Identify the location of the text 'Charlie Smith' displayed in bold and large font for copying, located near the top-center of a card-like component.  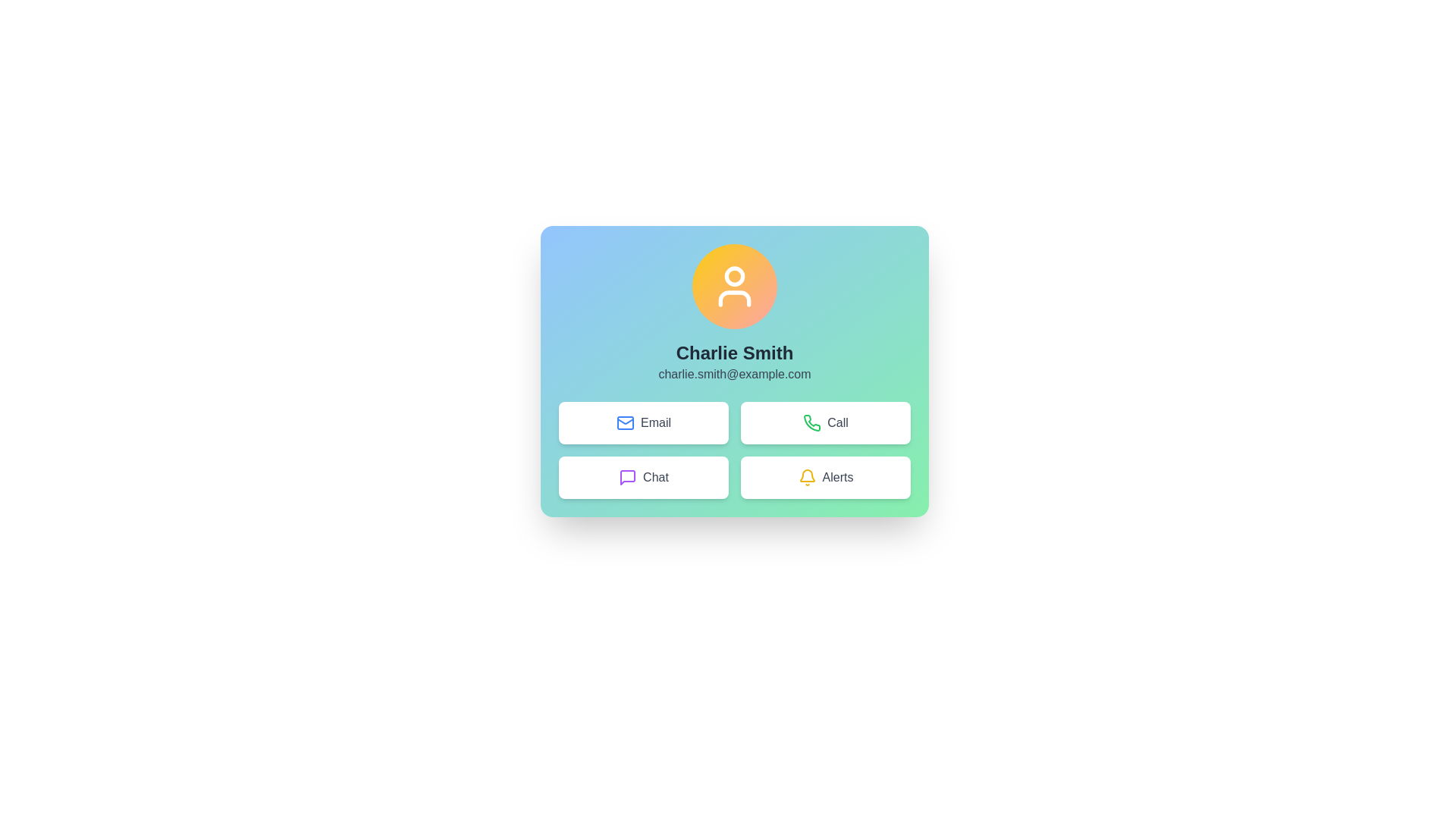
(735, 353).